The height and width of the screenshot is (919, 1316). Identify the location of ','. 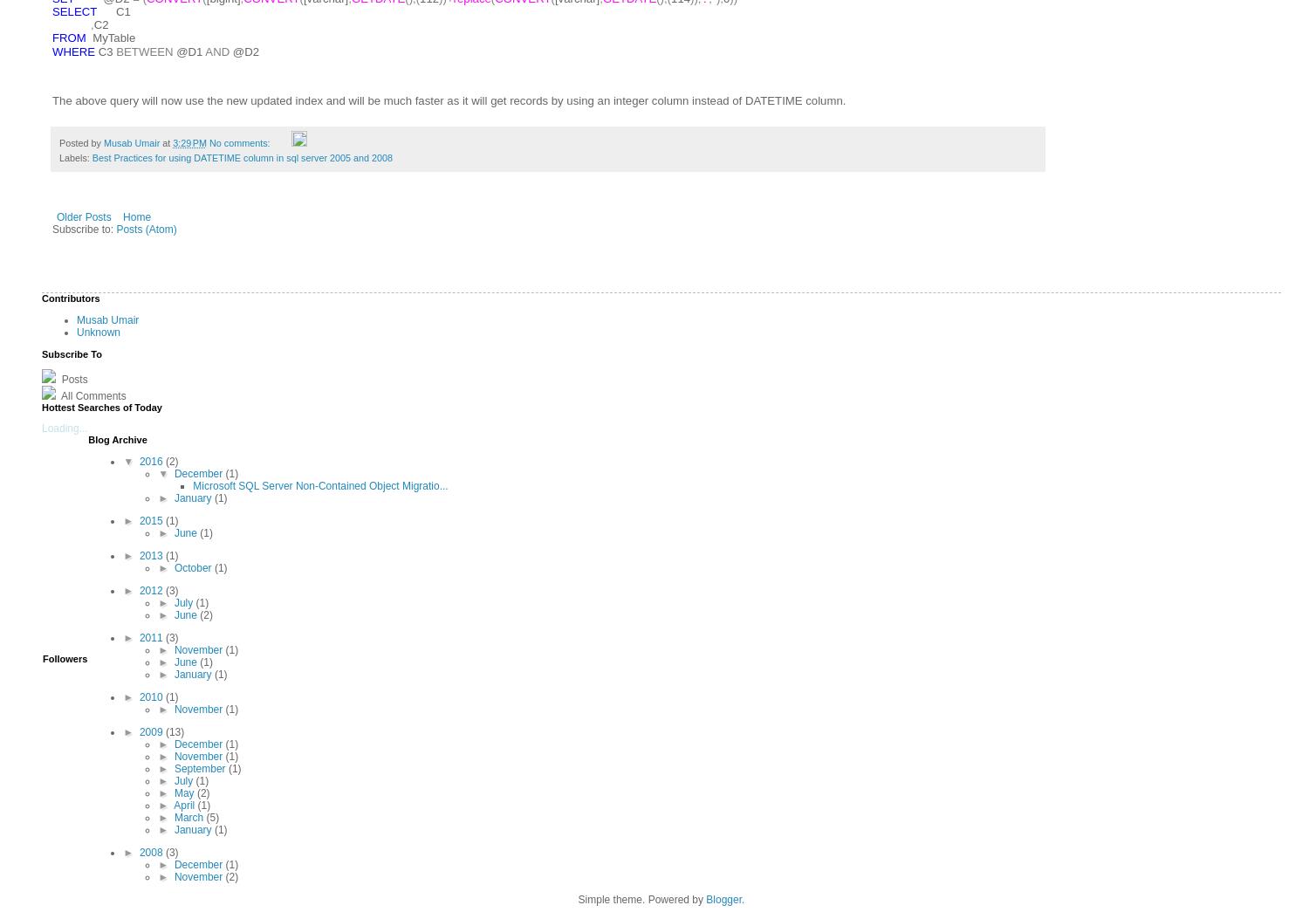
(91, 24).